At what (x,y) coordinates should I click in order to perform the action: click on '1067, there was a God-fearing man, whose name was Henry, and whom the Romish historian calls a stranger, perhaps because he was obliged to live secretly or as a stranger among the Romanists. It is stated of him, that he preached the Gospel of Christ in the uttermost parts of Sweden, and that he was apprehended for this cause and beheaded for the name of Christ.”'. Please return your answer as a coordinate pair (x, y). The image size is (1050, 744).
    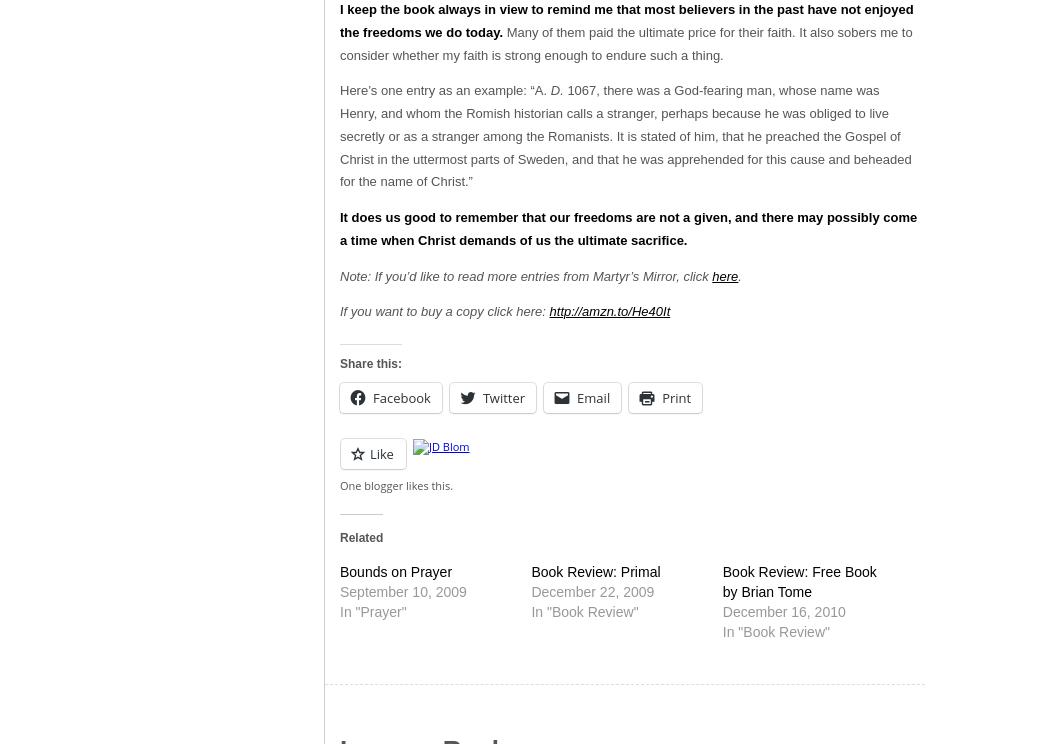
    Looking at the image, I should click on (625, 136).